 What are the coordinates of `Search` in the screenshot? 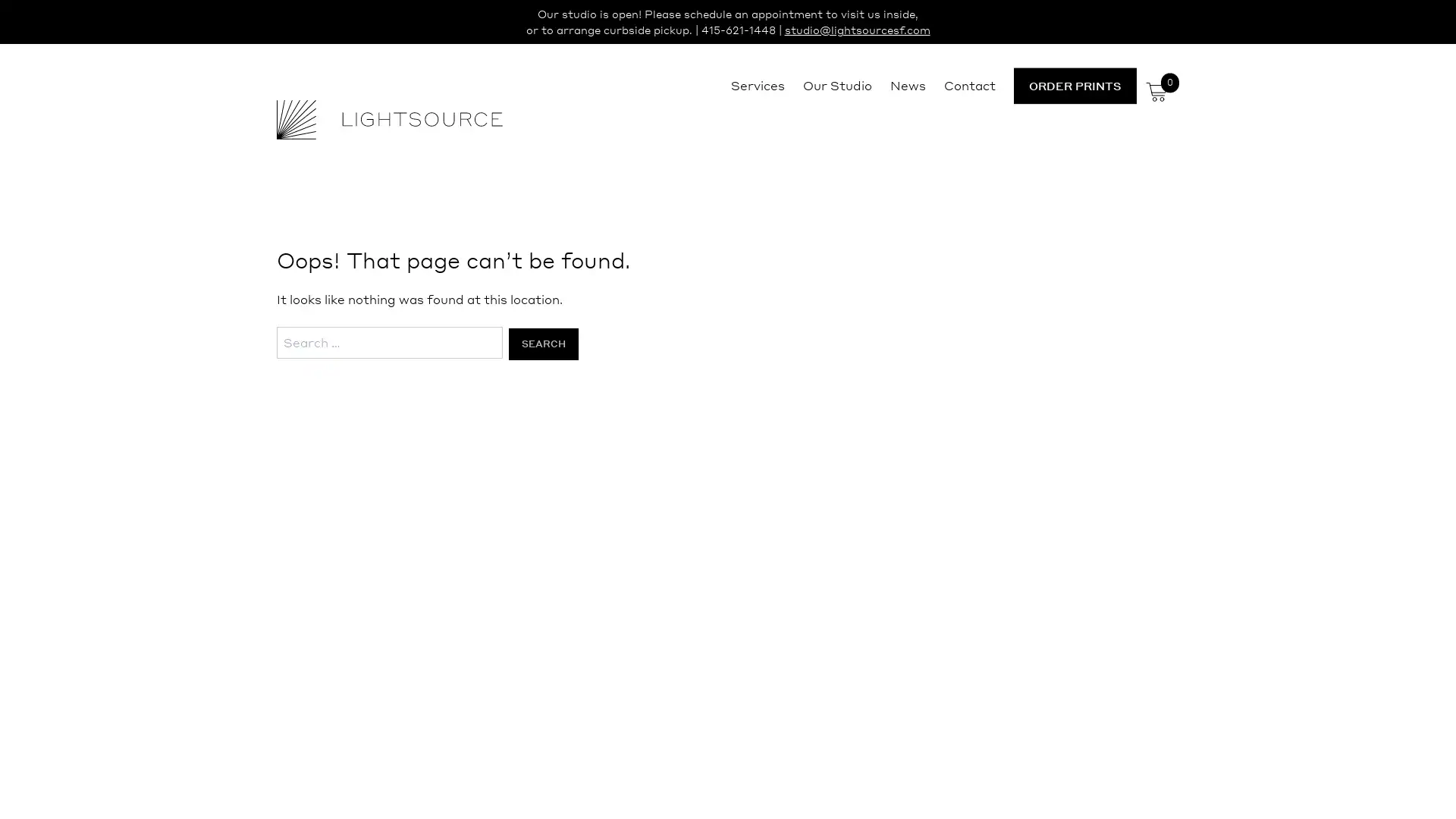 It's located at (542, 343).